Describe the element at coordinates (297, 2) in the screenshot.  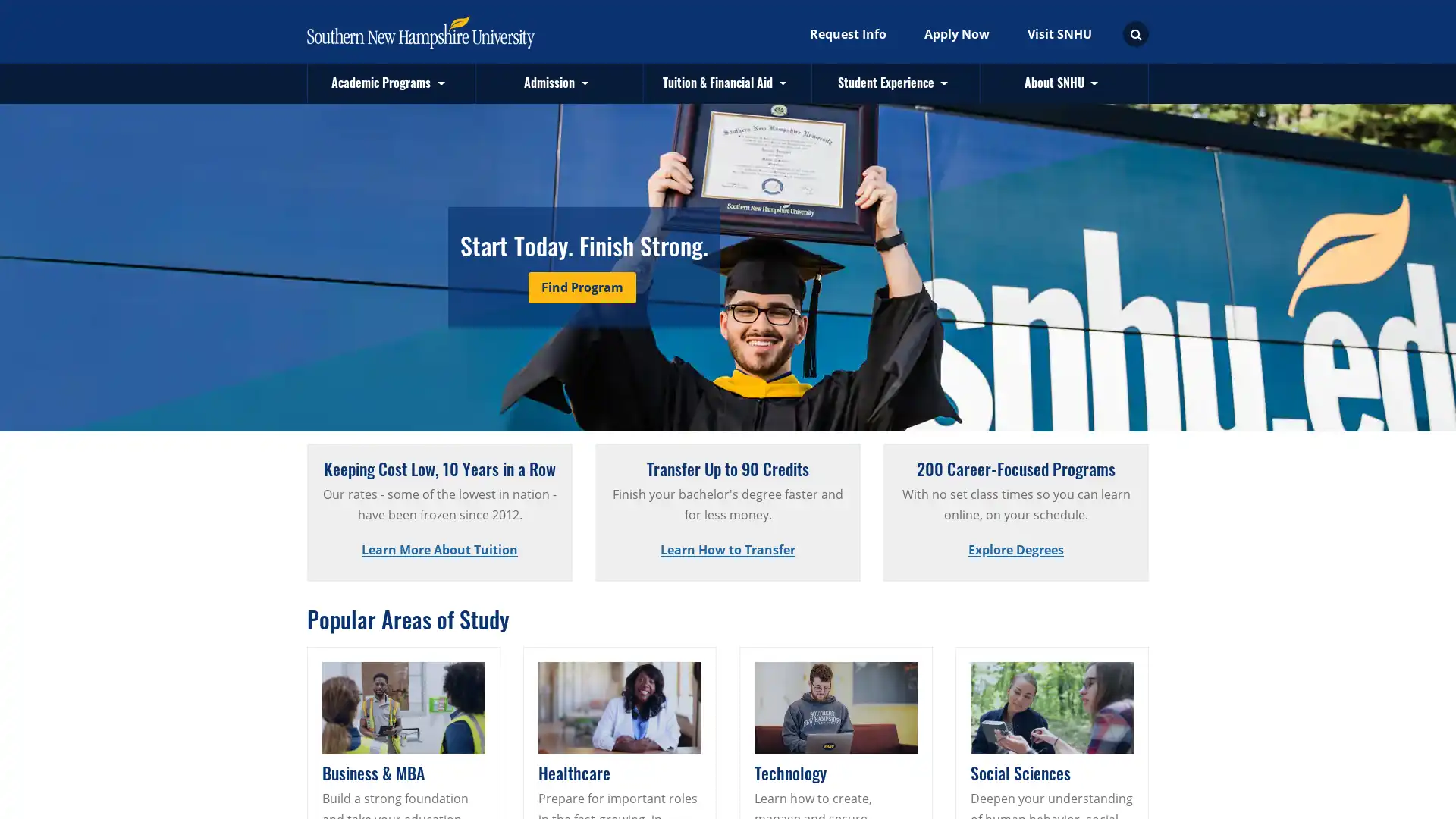
I see `Skip to main content` at that location.